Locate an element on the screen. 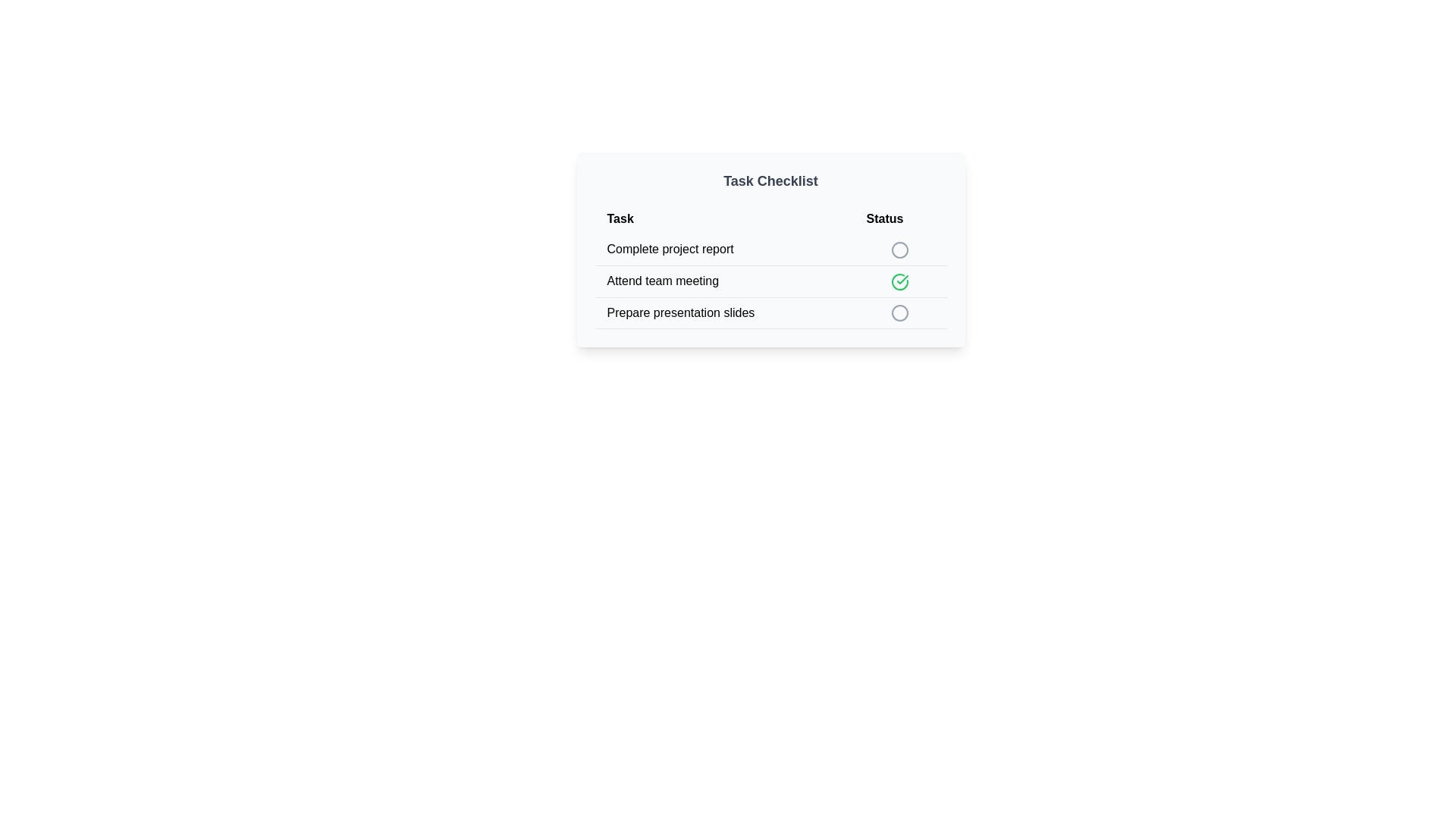 This screenshot has width=1456, height=819. the visual status indicator icon in the 'Status' column of the checklist interface, corresponding to the 'Complete project report' task is located at coordinates (900, 249).